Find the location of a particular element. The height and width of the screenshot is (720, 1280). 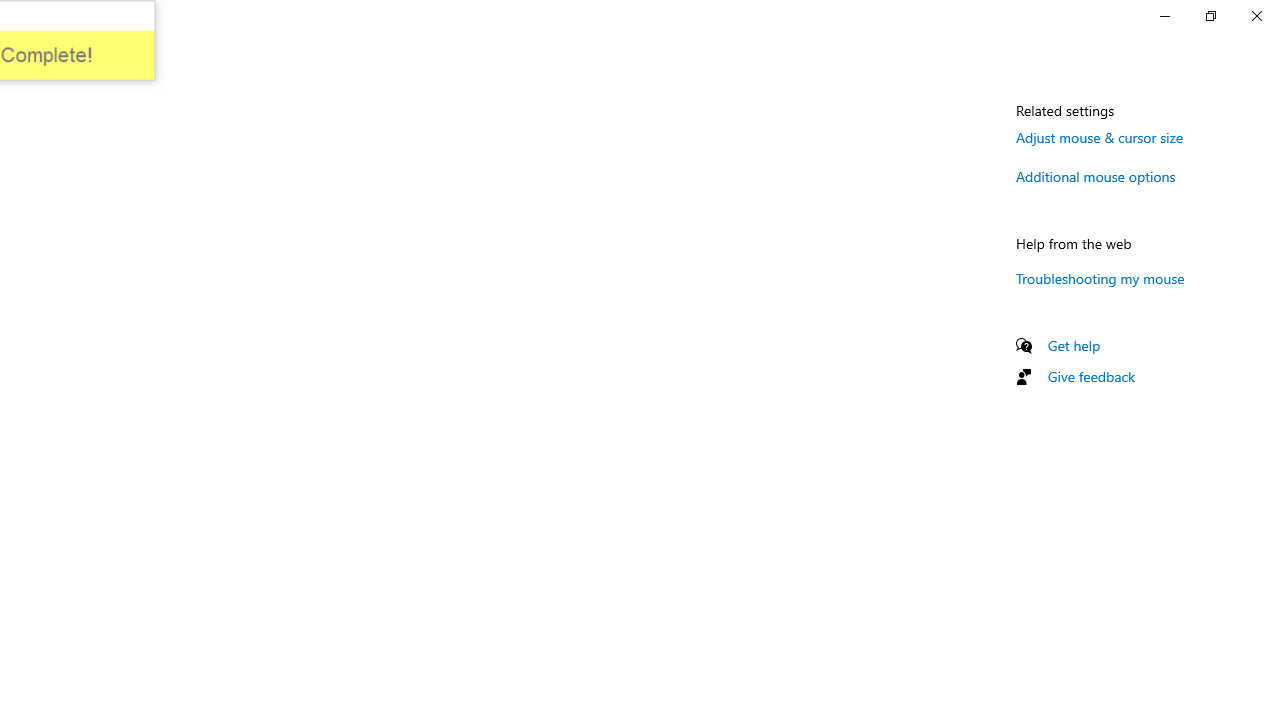

'Restore Settings' is located at coordinates (1209, 15).